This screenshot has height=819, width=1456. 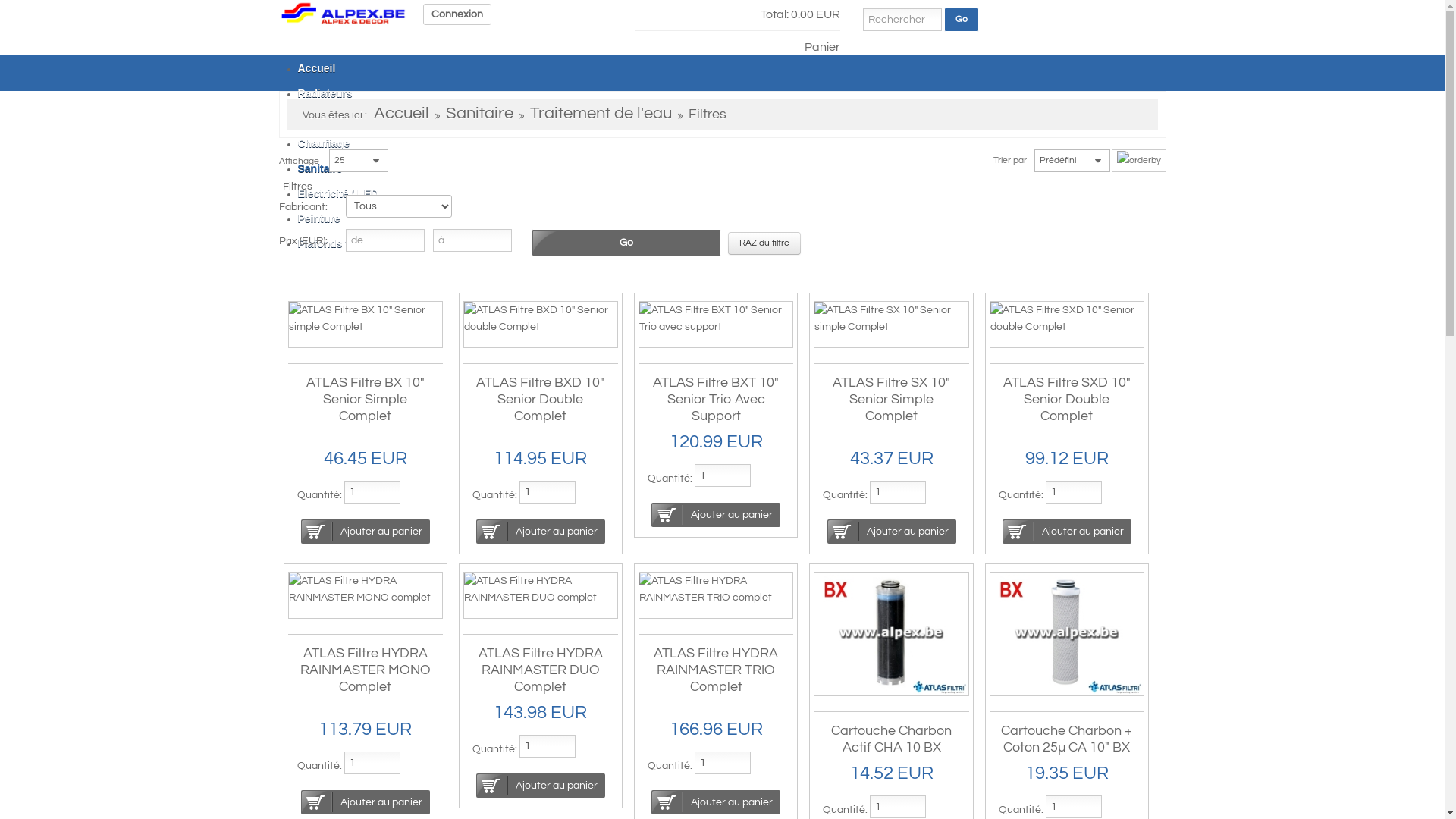 I want to click on 'Ajouter au panier', so click(x=541, y=531).